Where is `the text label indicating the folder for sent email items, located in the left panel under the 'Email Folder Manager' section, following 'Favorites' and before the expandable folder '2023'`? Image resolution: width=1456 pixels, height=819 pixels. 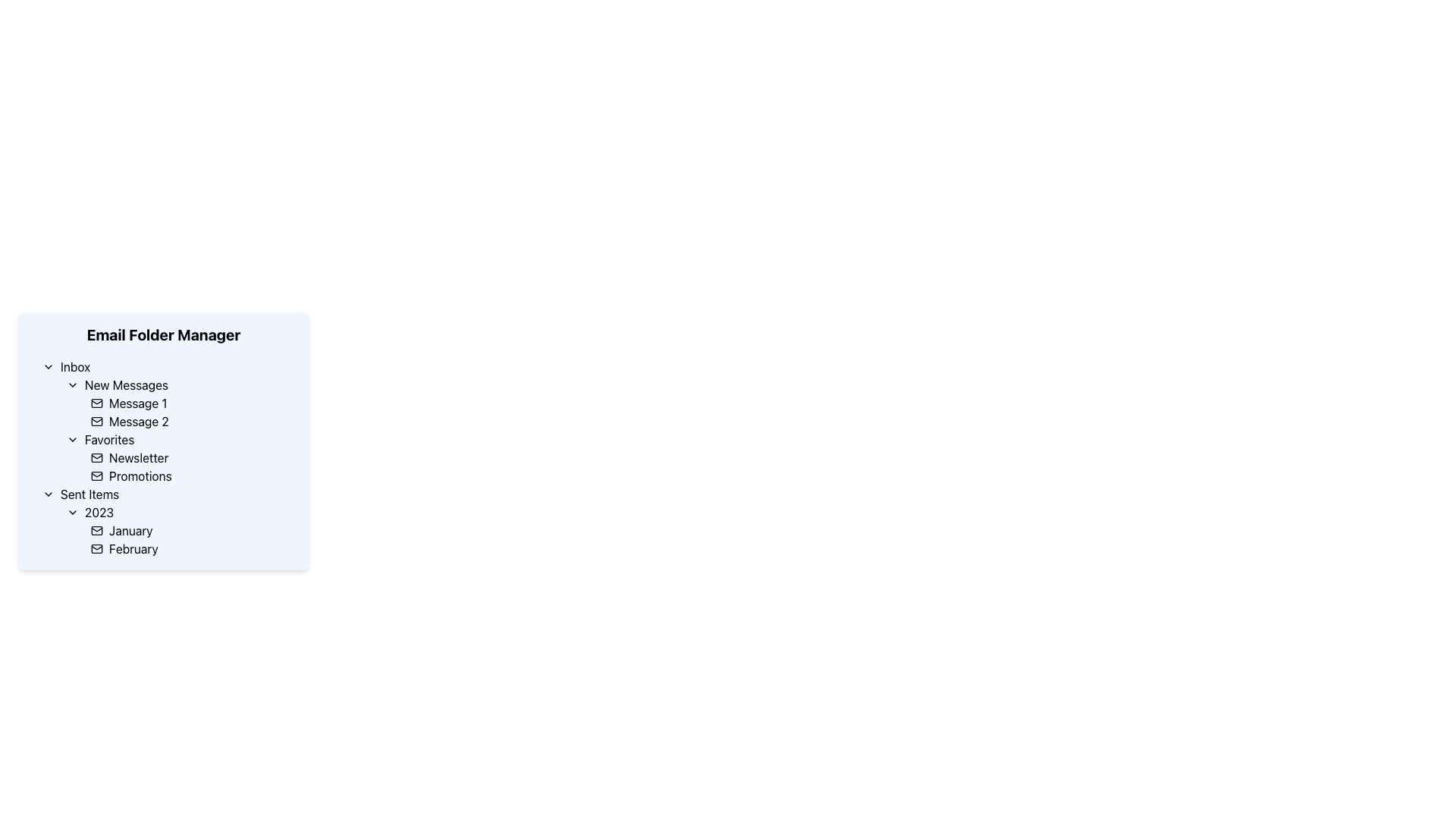 the text label indicating the folder for sent email items, located in the left panel under the 'Email Folder Manager' section, following 'Favorites' and before the expandable folder '2023' is located at coordinates (89, 494).